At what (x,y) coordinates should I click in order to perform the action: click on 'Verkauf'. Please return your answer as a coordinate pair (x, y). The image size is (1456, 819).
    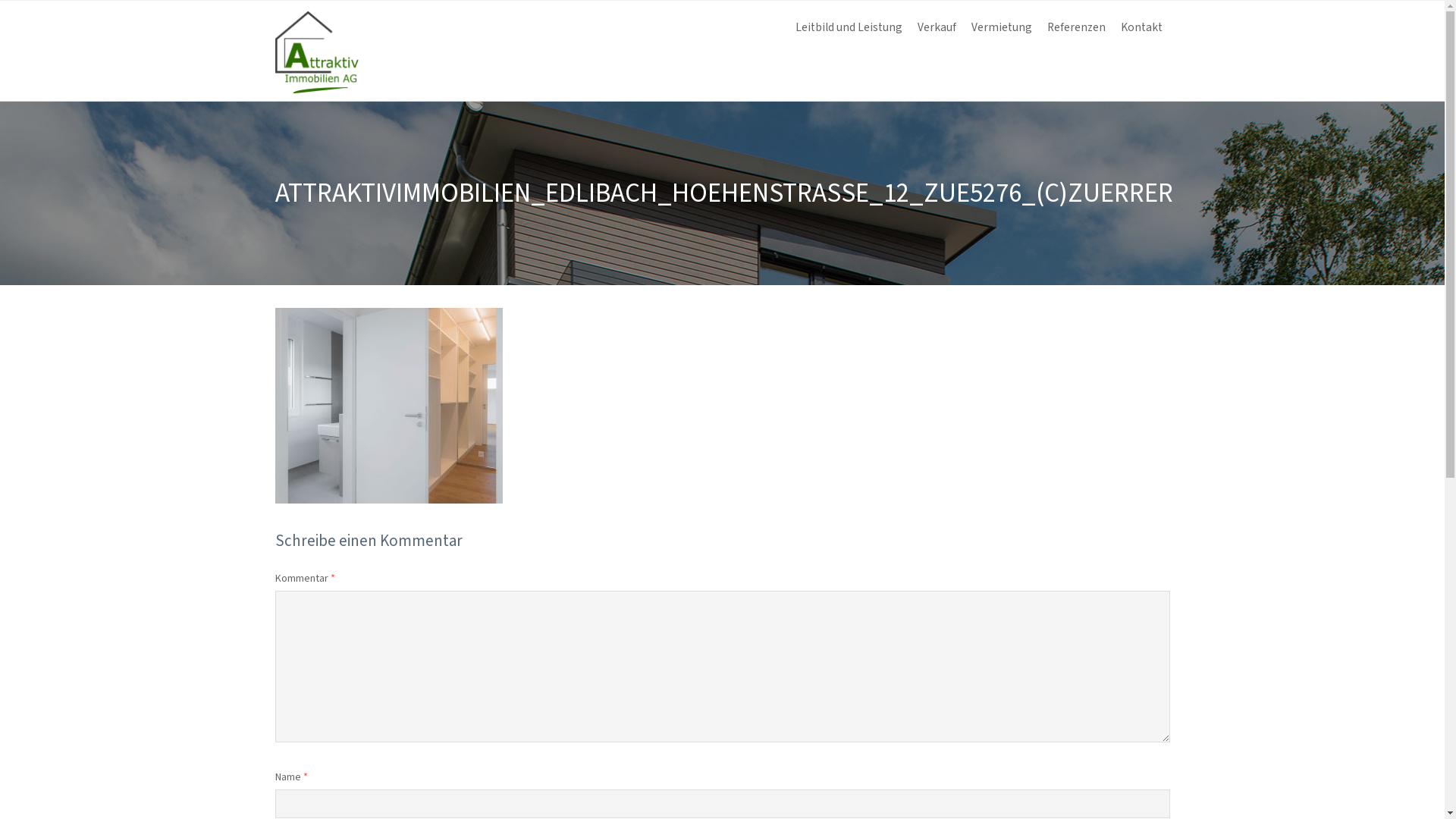
    Looking at the image, I should click on (936, 28).